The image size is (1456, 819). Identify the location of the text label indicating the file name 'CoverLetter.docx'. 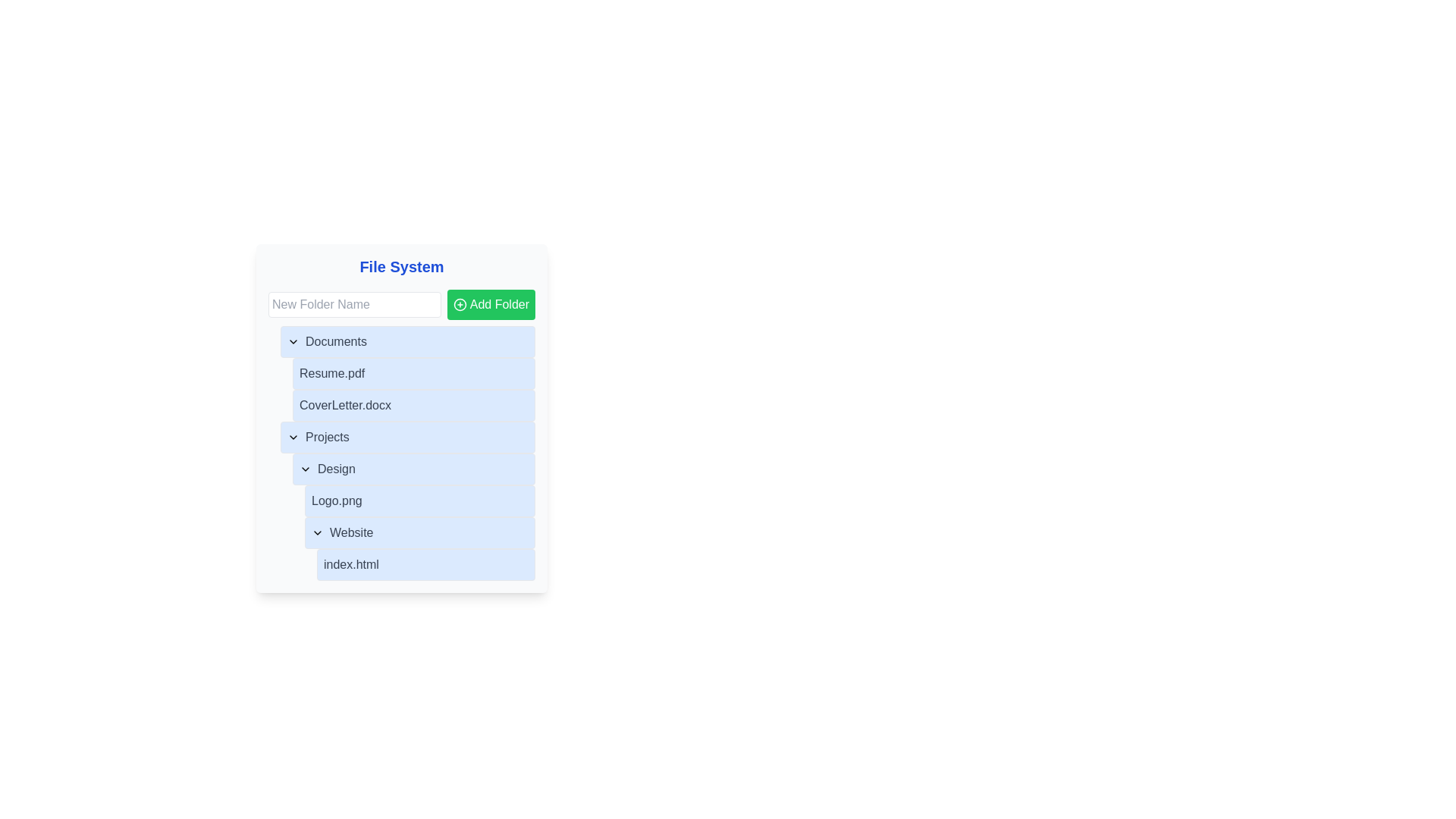
(344, 405).